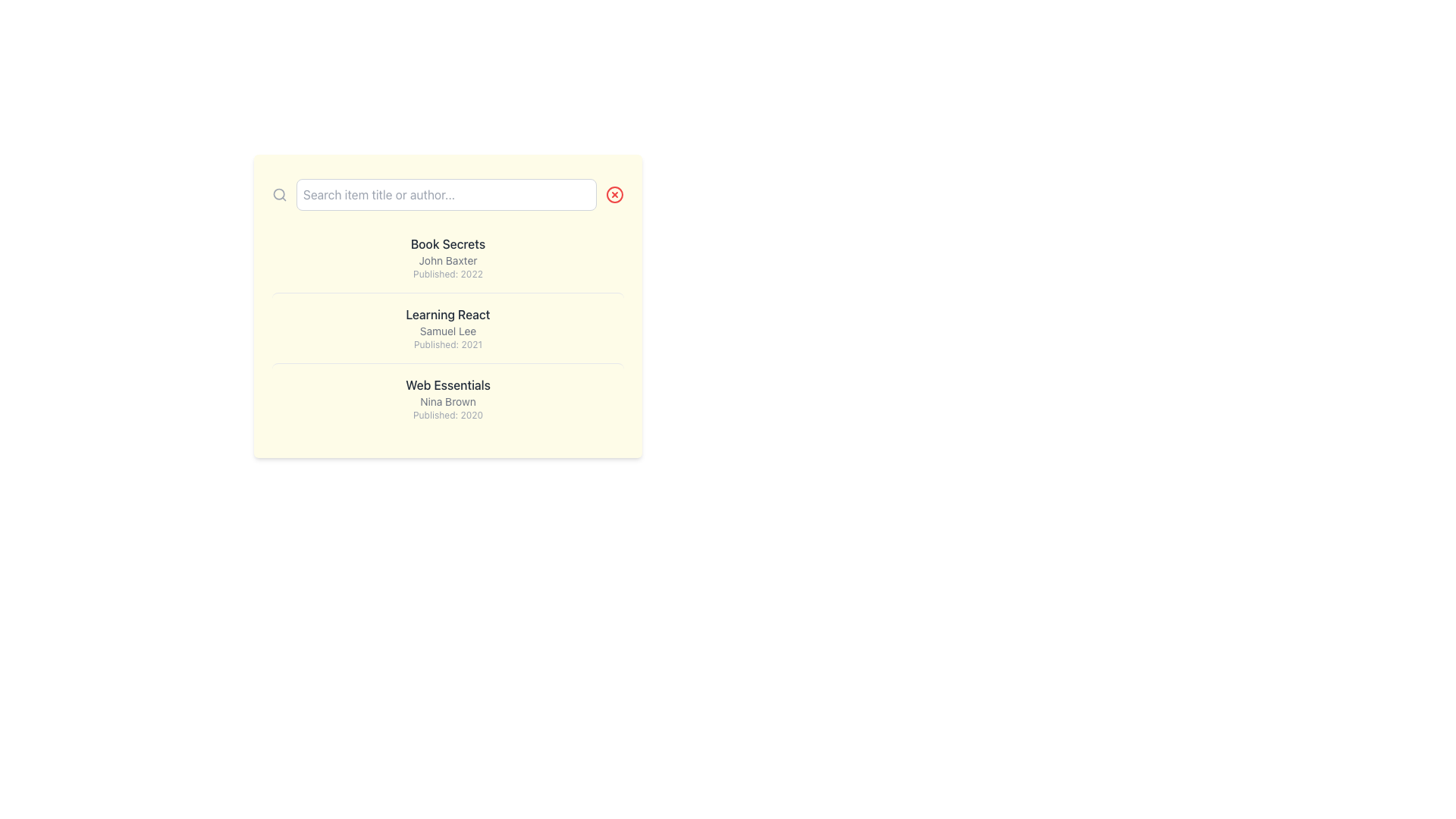 The width and height of the screenshot is (1456, 819). What do you see at coordinates (447, 397) in the screenshot?
I see `the selectable card displaying 'Web Essentials' which is the third card in the dropdown list` at bounding box center [447, 397].